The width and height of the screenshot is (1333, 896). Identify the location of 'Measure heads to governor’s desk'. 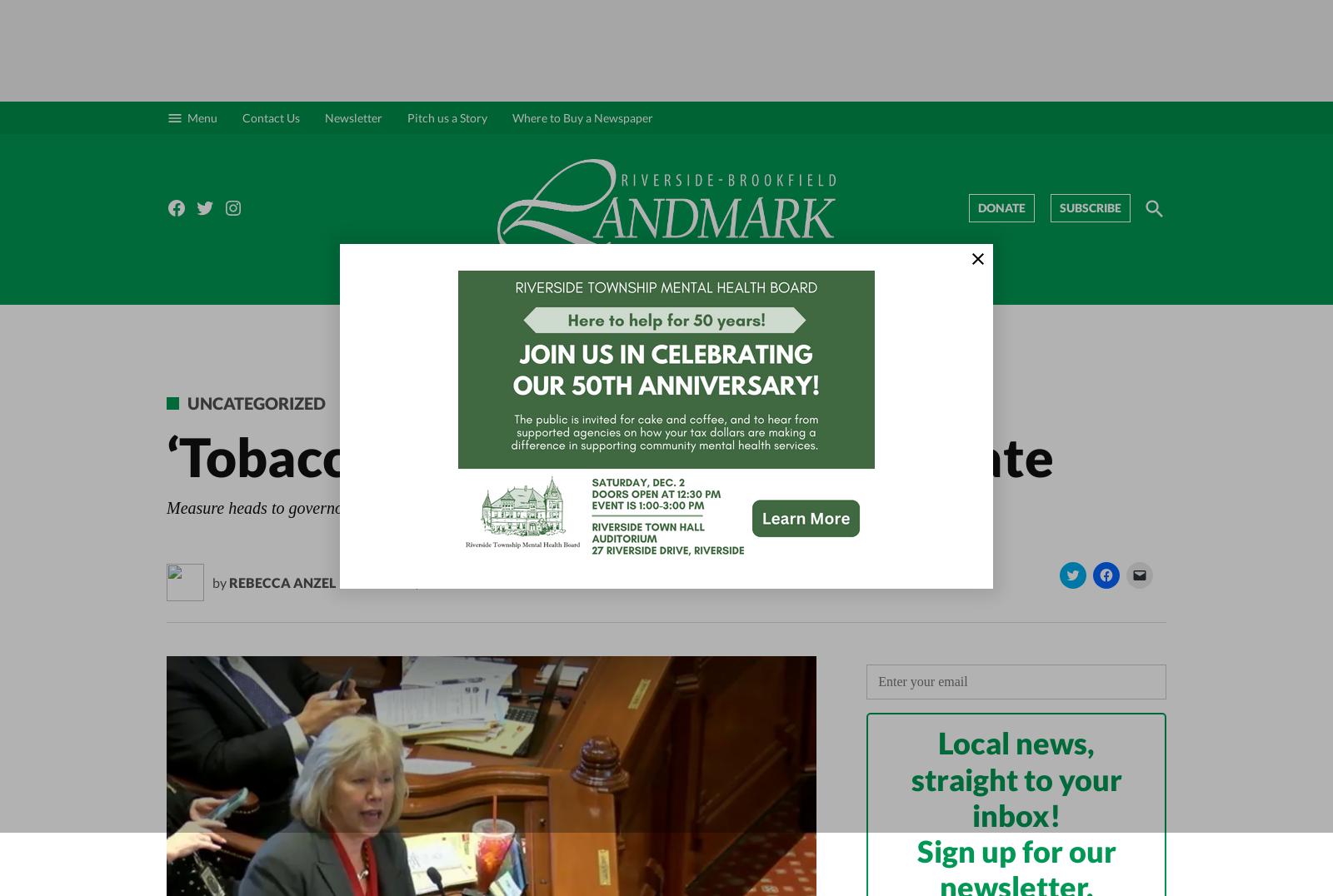
(280, 507).